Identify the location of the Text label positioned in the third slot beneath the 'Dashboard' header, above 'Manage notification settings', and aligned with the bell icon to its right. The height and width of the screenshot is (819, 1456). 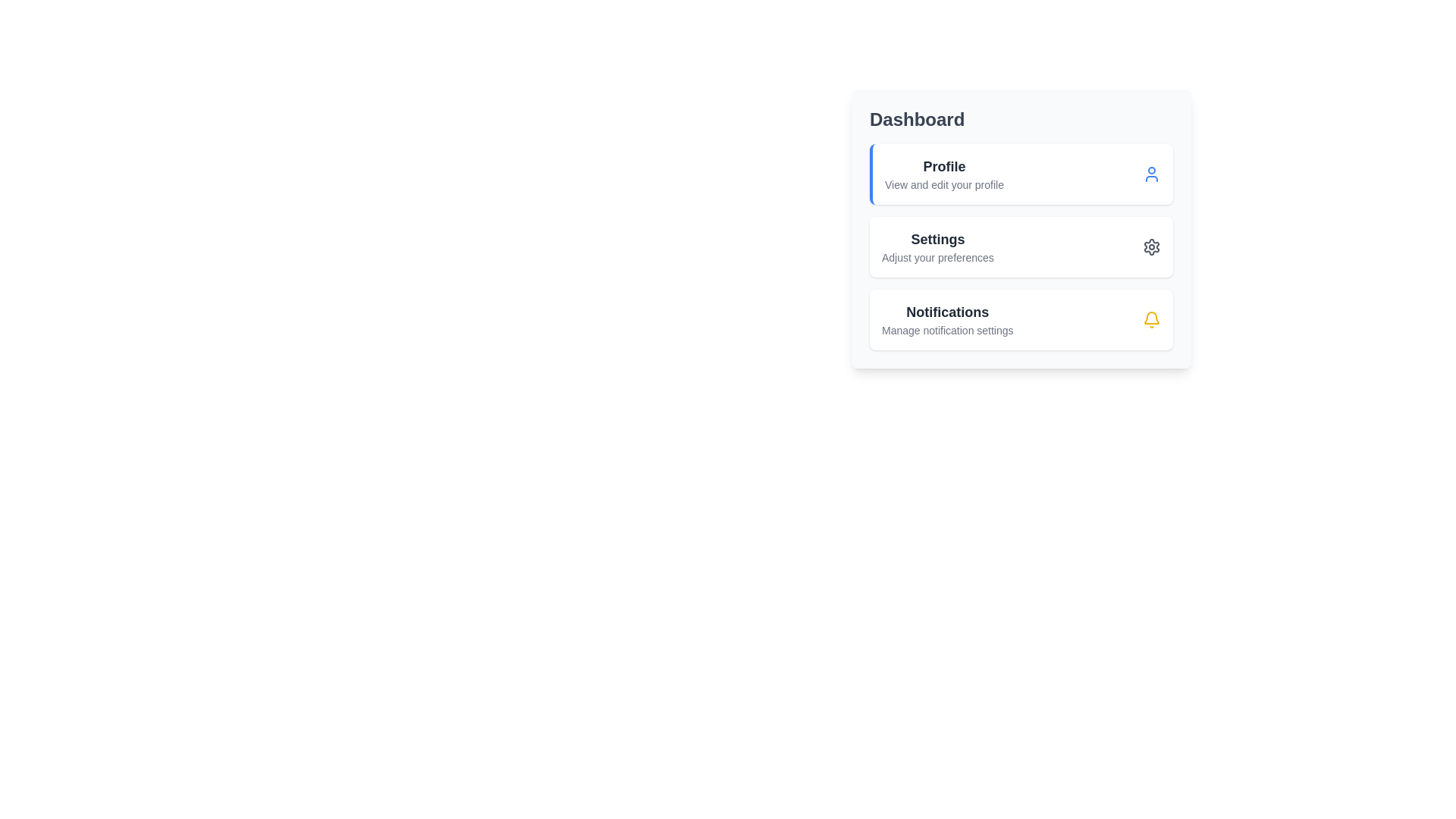
(946, 312).